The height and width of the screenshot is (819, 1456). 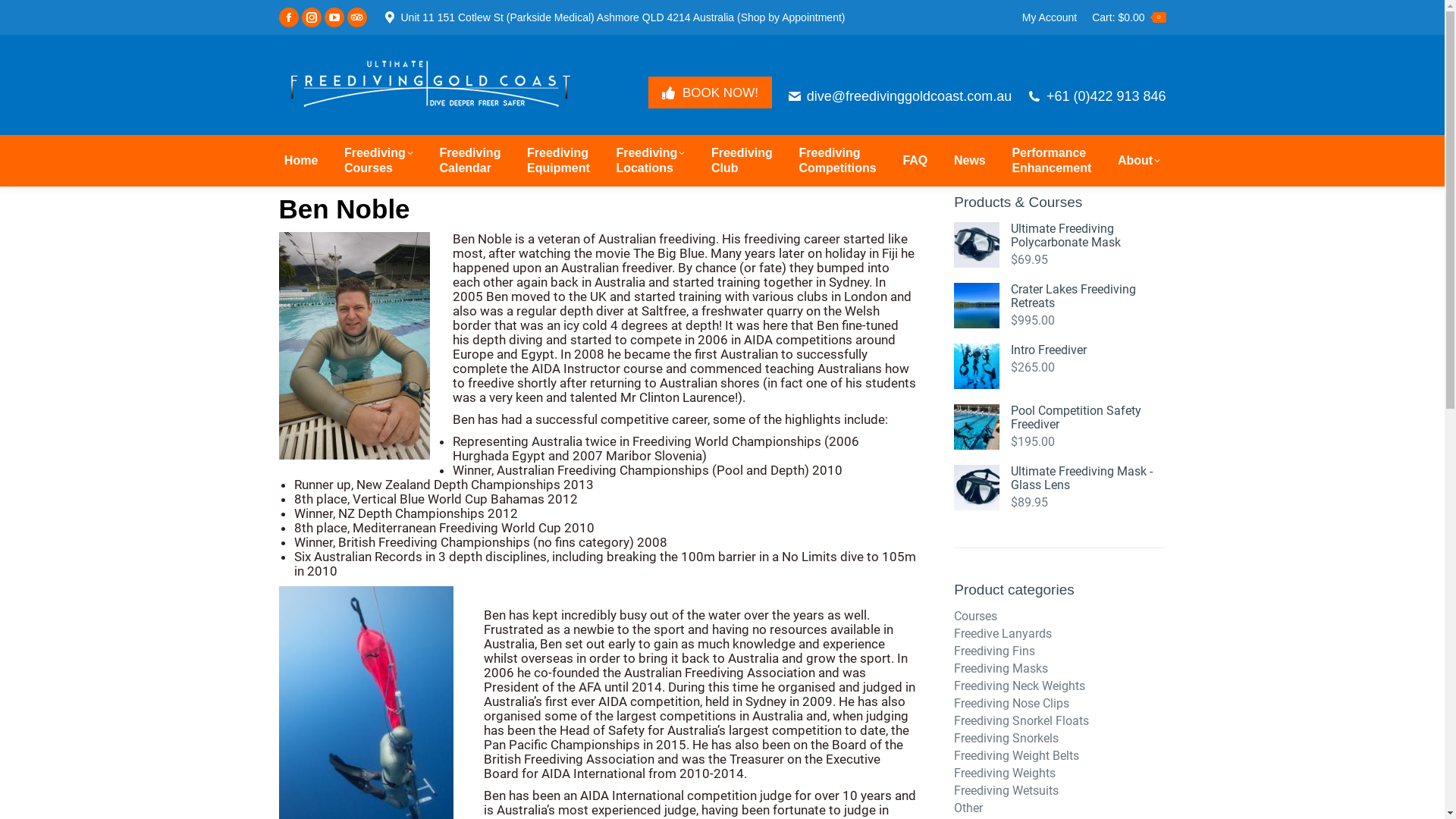 What do you see at coordinates (1012, 704) in the screenshot?
I see `'Freediving Nose Clips'` at bounding box center [1012, 704].